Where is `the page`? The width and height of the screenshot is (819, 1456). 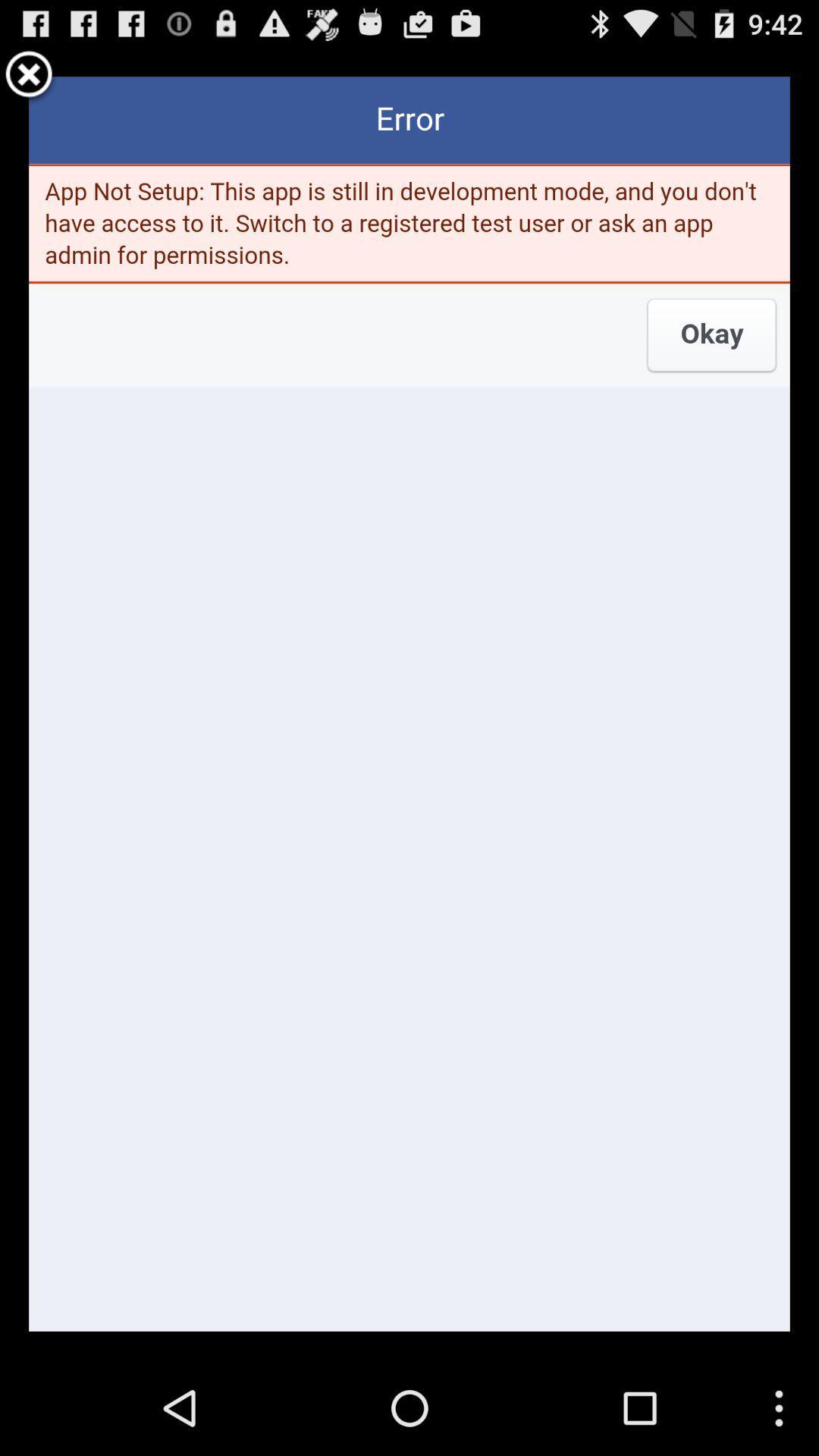
the page is located at coordinates (29, 76).